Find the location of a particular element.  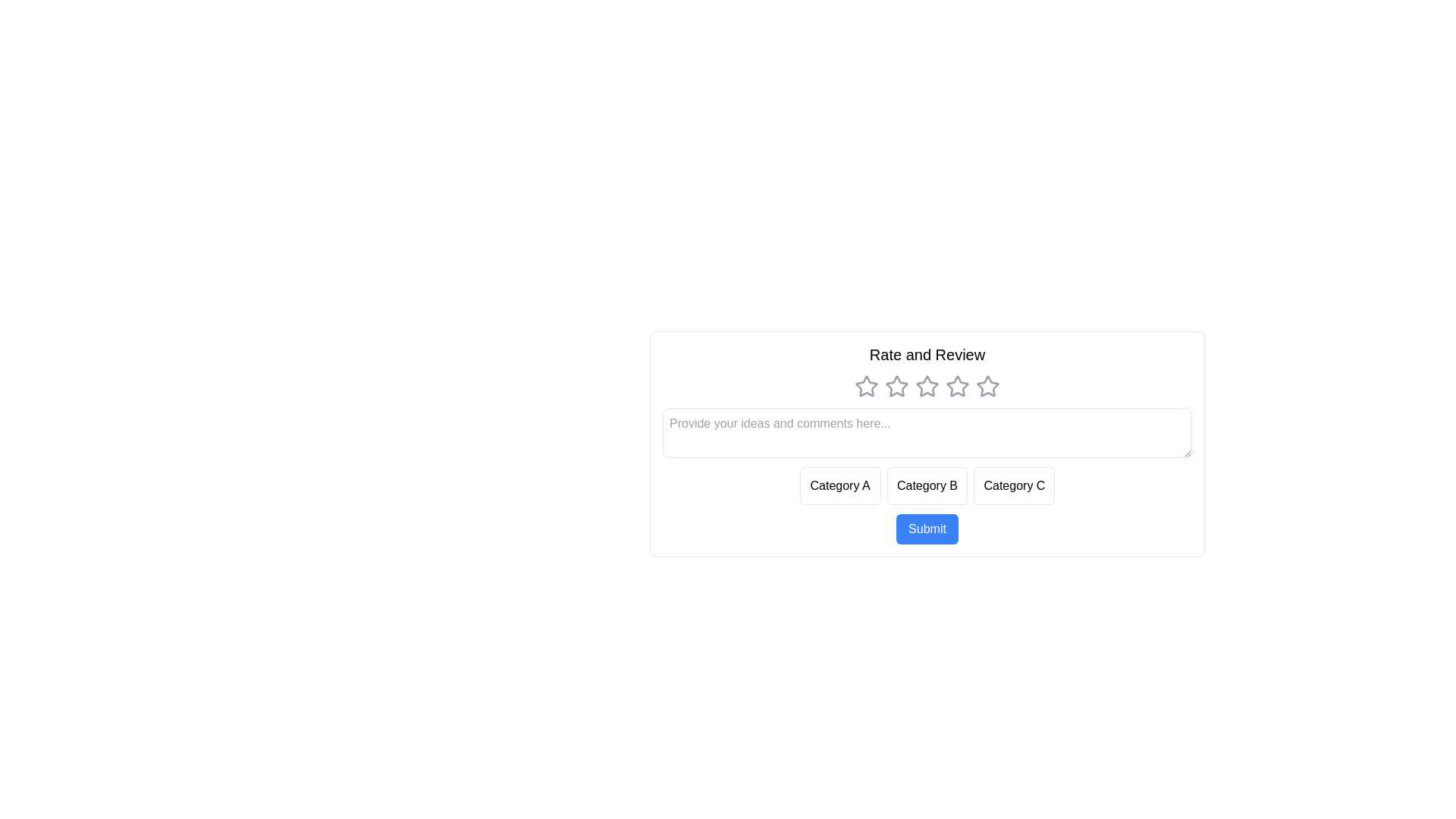

the Submit button to submit the rating and feedback is located at coordinates (927, 529).